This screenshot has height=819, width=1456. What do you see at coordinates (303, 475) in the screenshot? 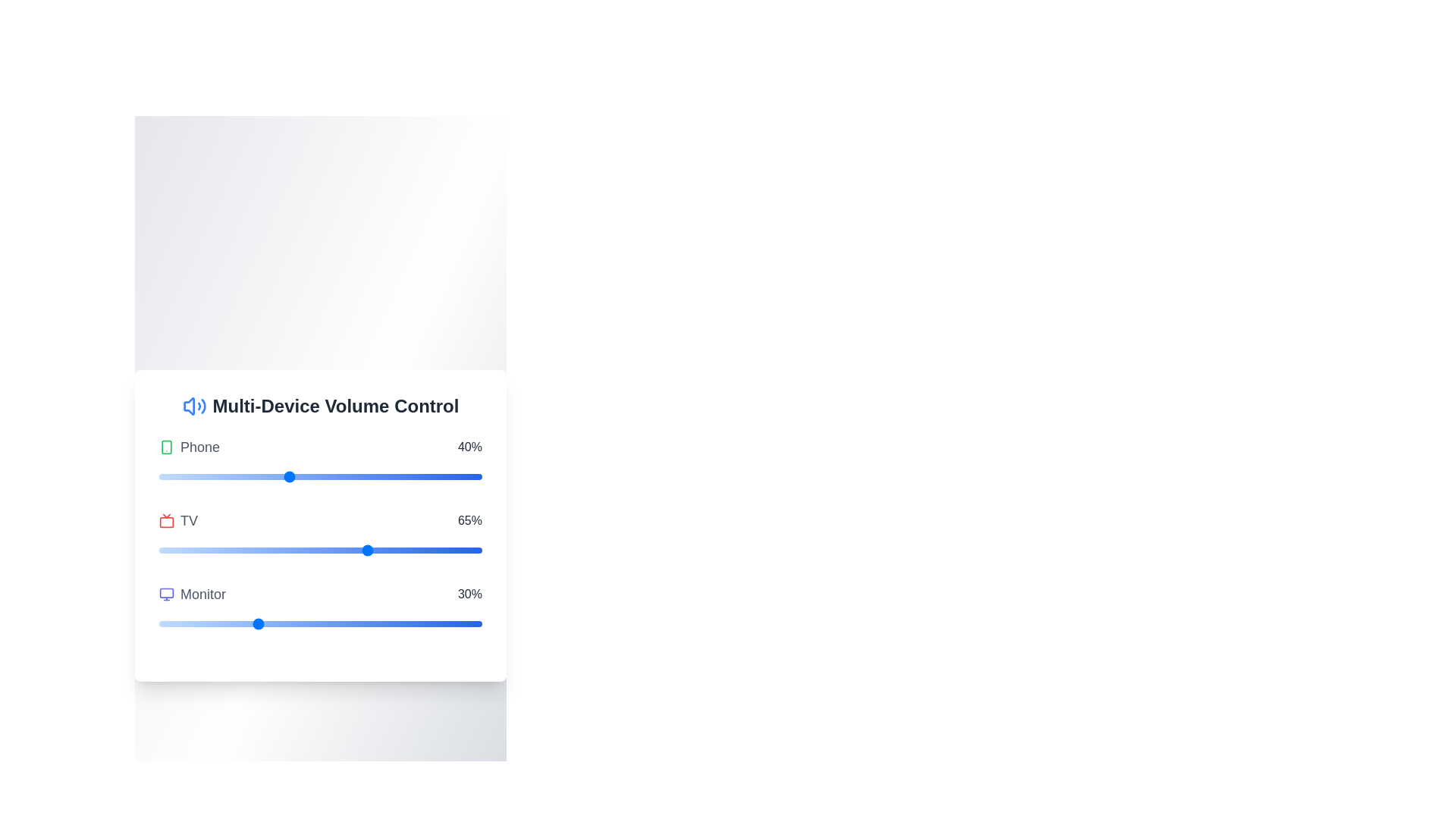
I see `the volume for the phone` at bounding box center [303, 475].